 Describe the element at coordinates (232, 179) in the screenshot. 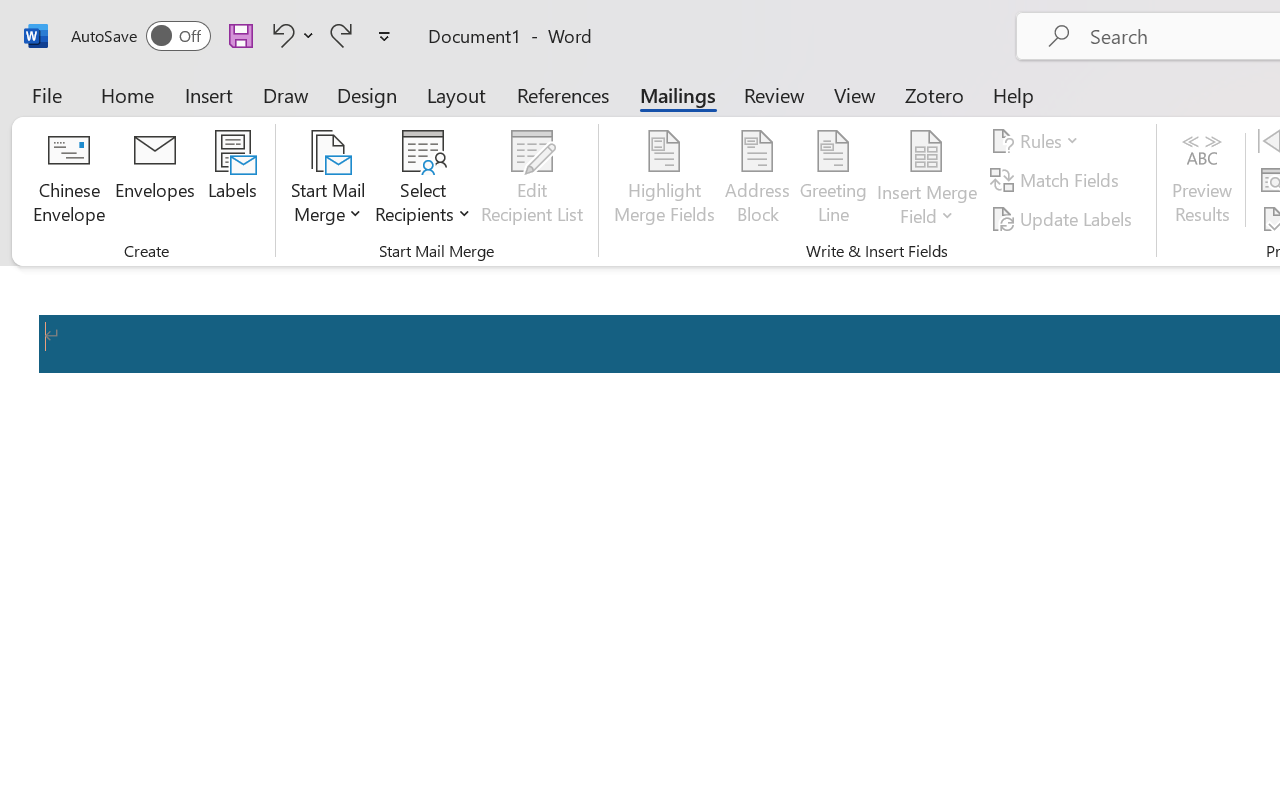

I see `'Labels...'` at that location.